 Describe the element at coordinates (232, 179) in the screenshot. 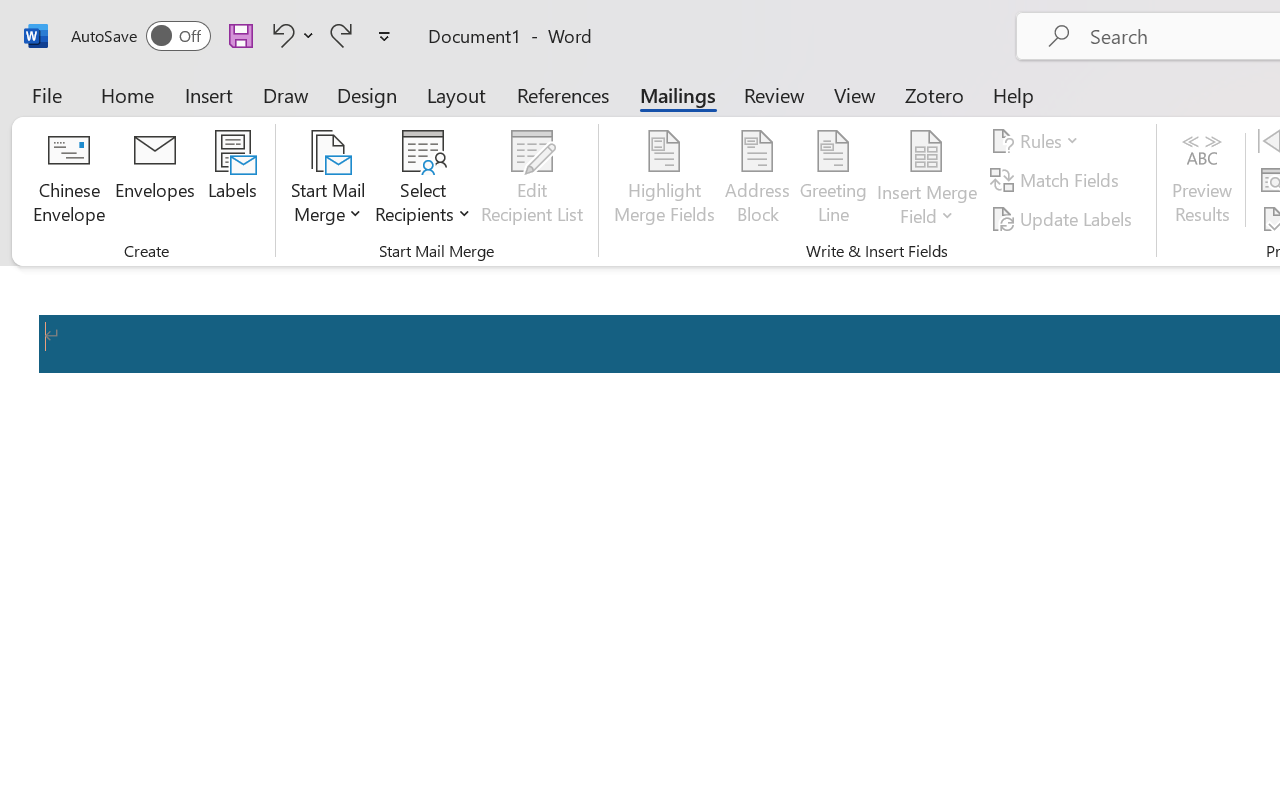

I see `'Labels...'` at that location.